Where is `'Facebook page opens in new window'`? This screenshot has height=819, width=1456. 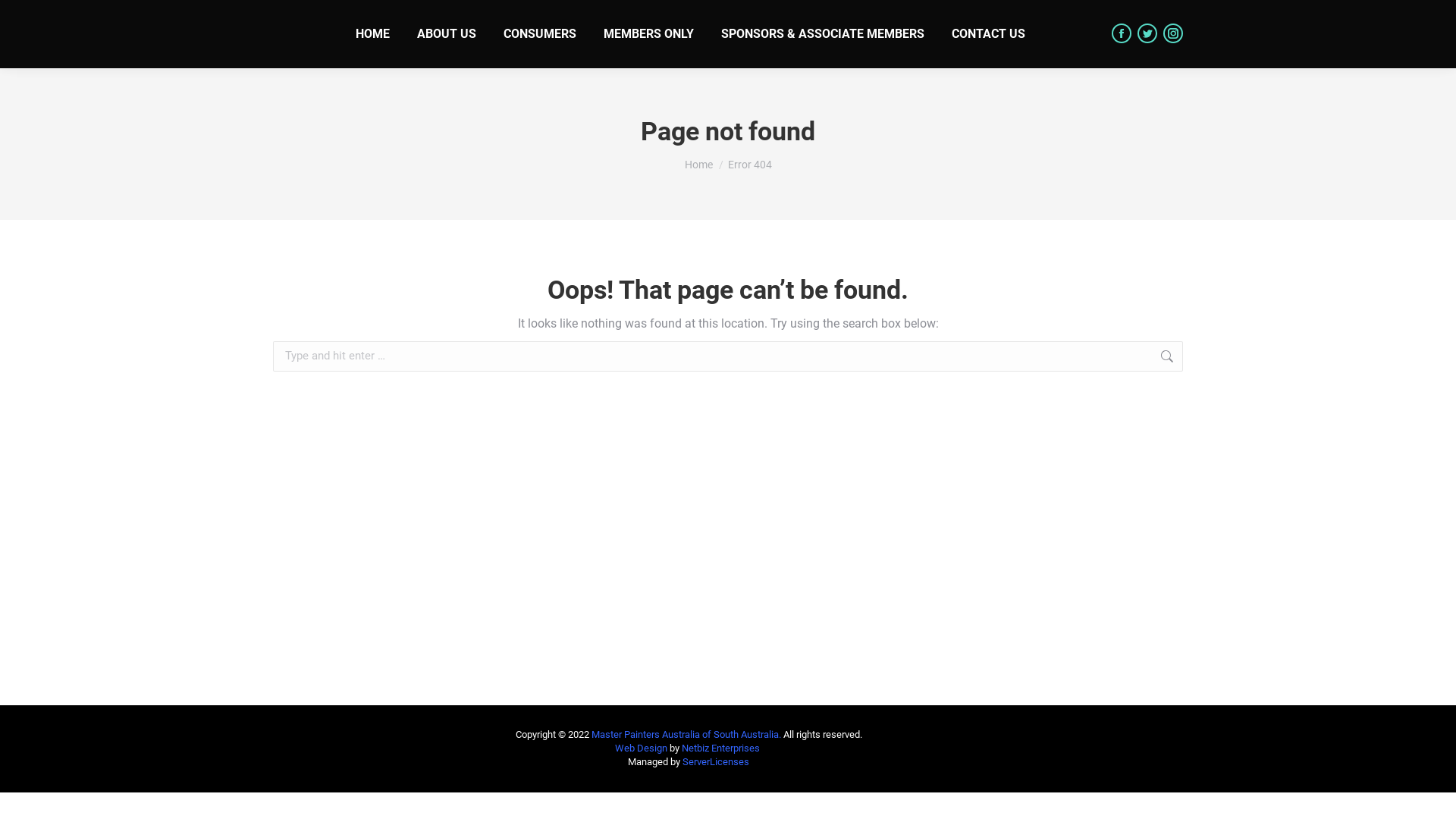
'Facebook page opens in new window' is located at coordinates (1121, 33).